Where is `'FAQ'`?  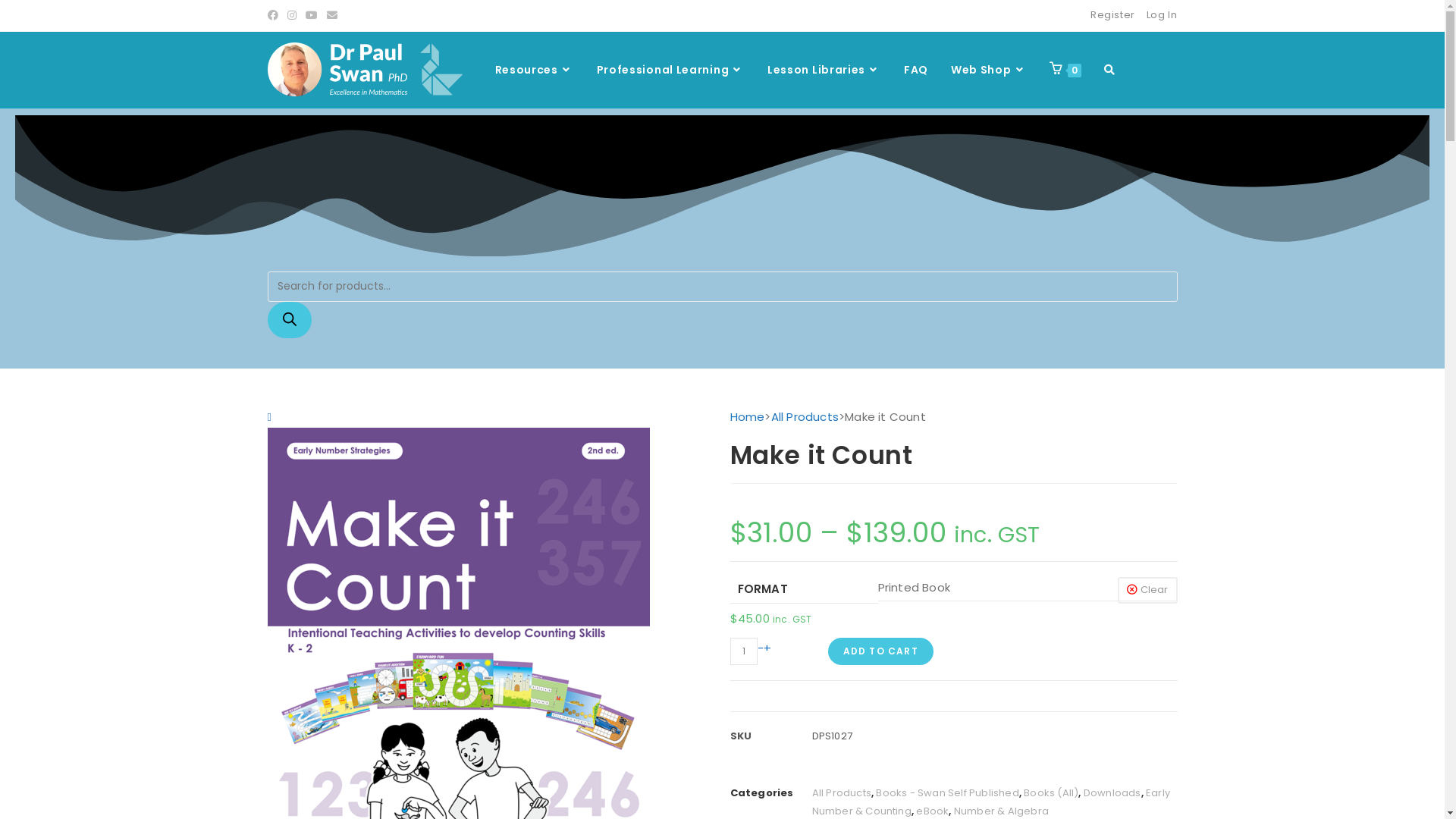
'FAQ' is located at coordinates (915, 70).